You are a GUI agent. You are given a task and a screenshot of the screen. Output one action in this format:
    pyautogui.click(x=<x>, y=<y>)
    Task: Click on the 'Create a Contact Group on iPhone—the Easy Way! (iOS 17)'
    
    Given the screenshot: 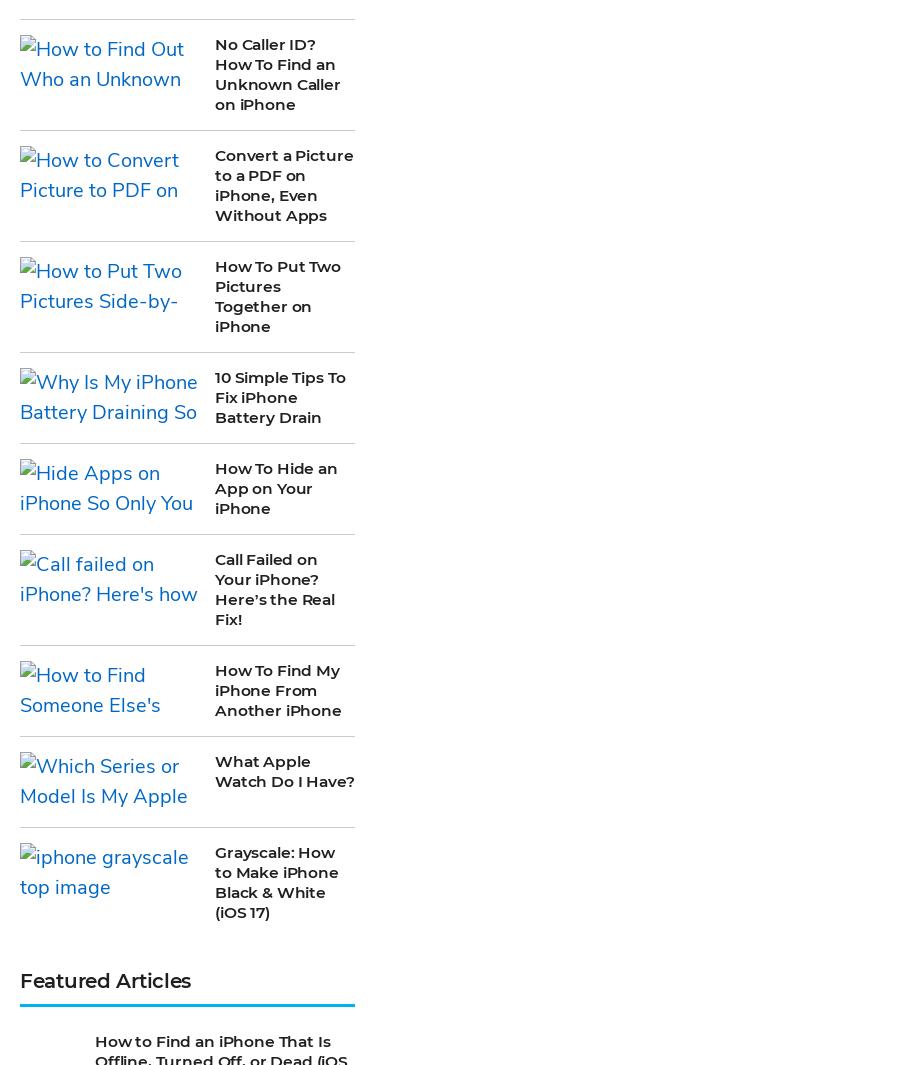 What is the action you would take?
    pyautogui.click(x=95, y=554)
    